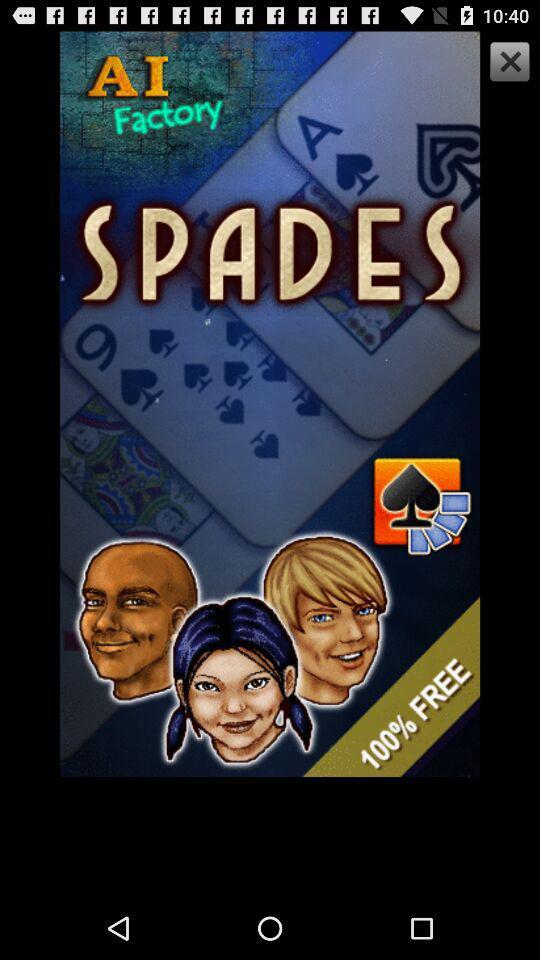  I want to click on the advertisements, so click(507, 64).